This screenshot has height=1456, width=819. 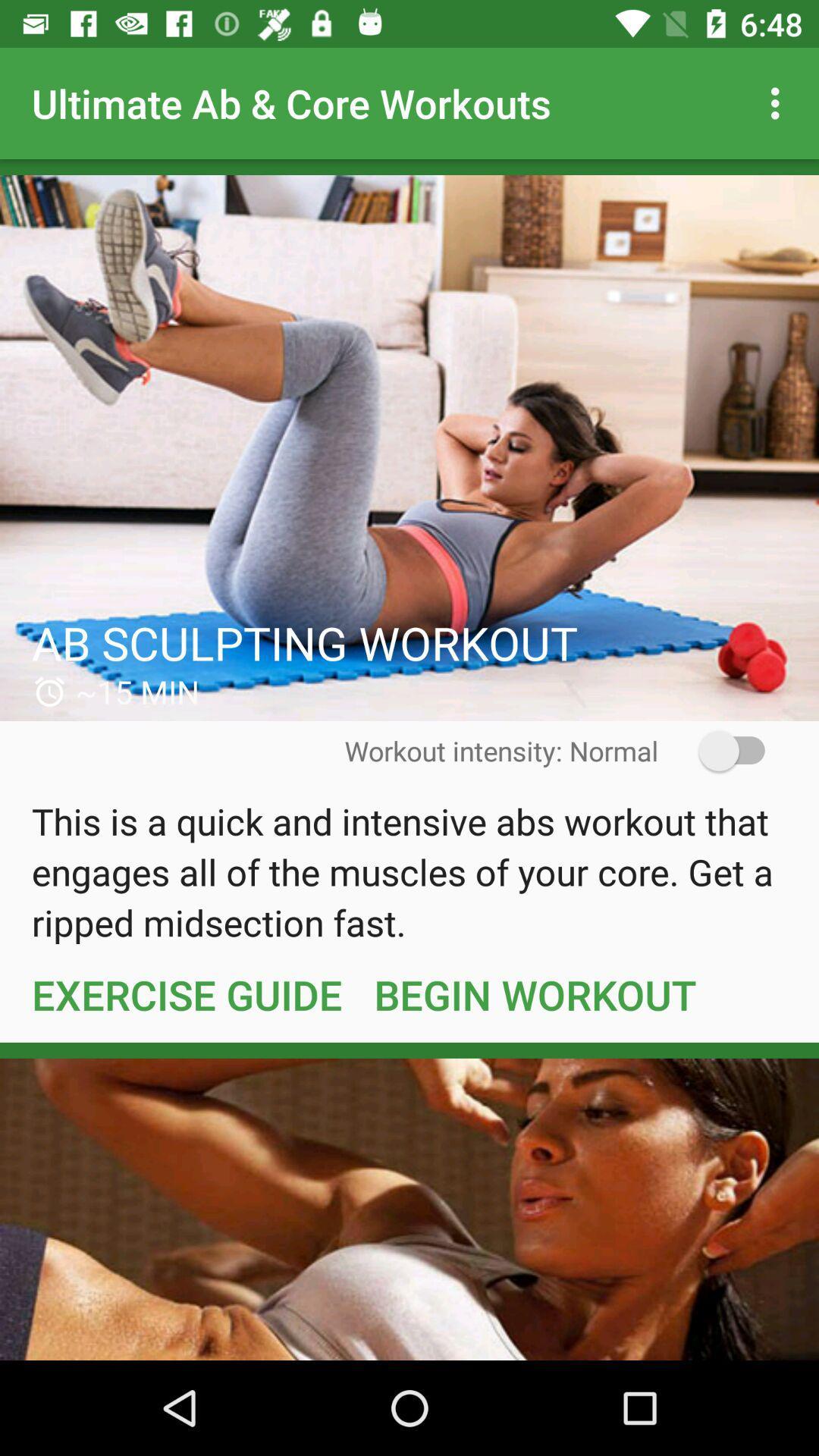 What do you see at coordinates (186, 994) in the screenshot?
I see `exercise guide item` at bounding box center [186, 994].